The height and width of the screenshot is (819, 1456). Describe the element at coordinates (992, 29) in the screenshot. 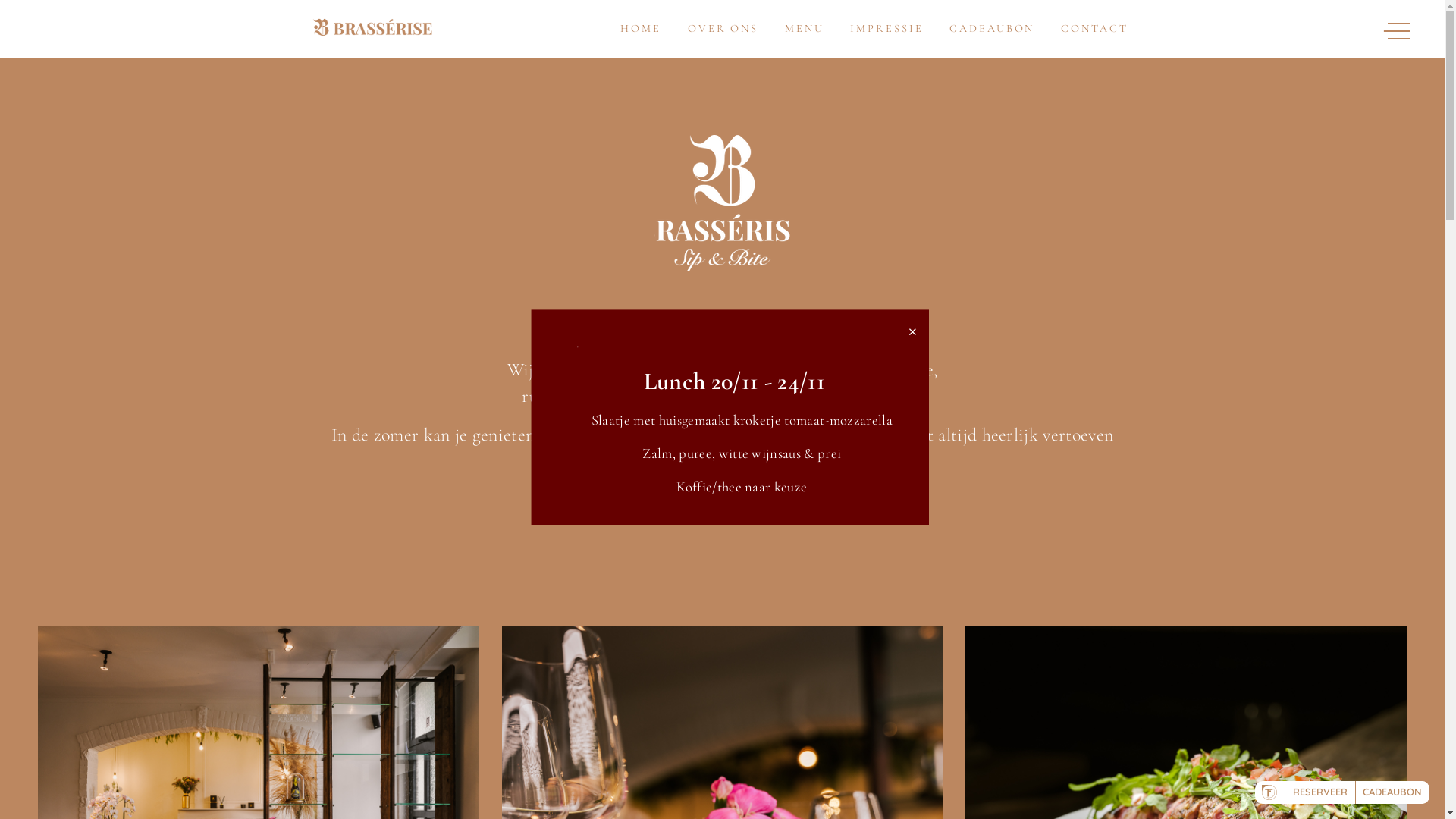

I see `'CADEAUBON'` at that location.